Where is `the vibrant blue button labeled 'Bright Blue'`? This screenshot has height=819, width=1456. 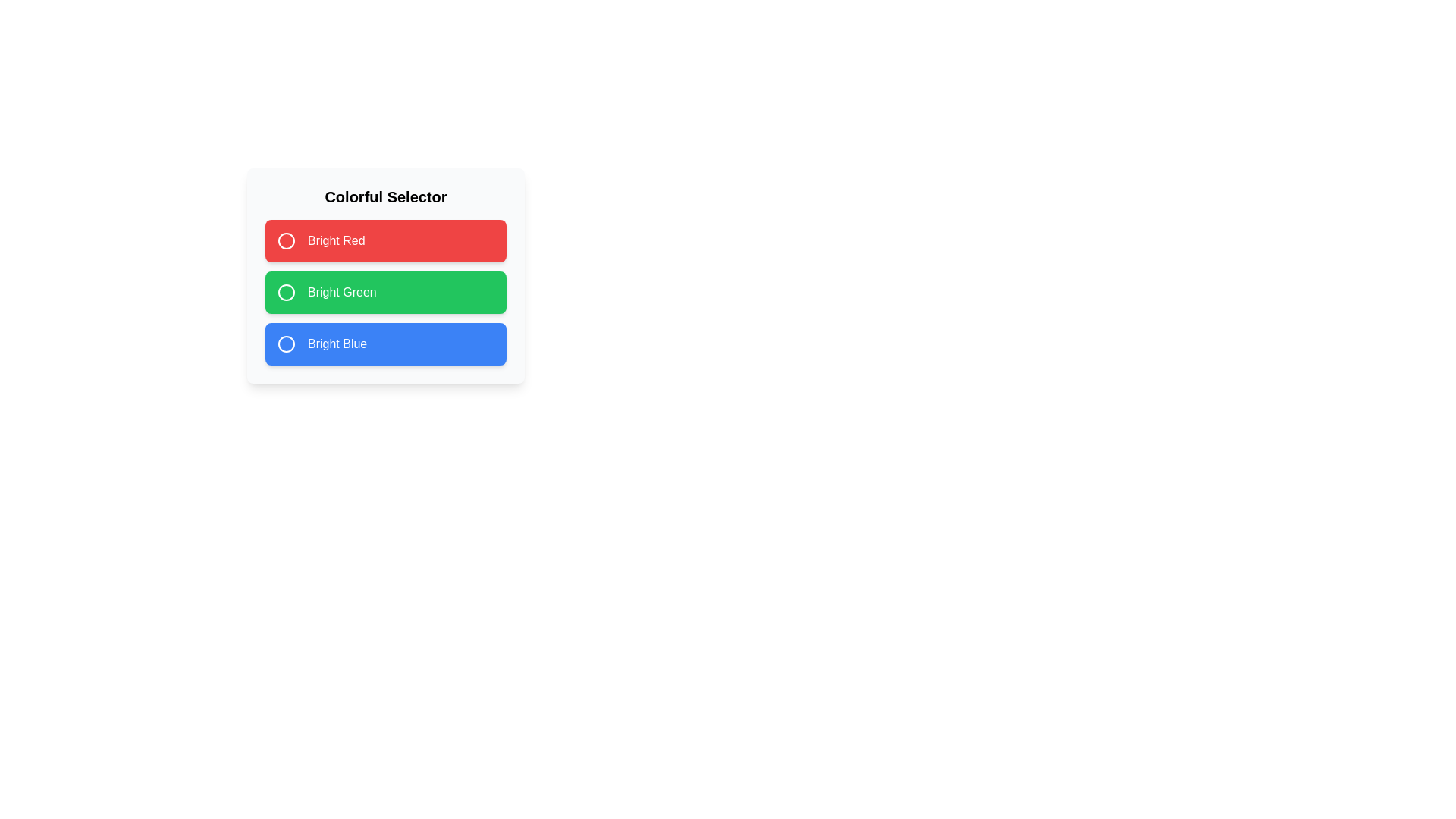 the vibrant blue button labeled 'Bright Blue' is located at coordinates (385, 344).